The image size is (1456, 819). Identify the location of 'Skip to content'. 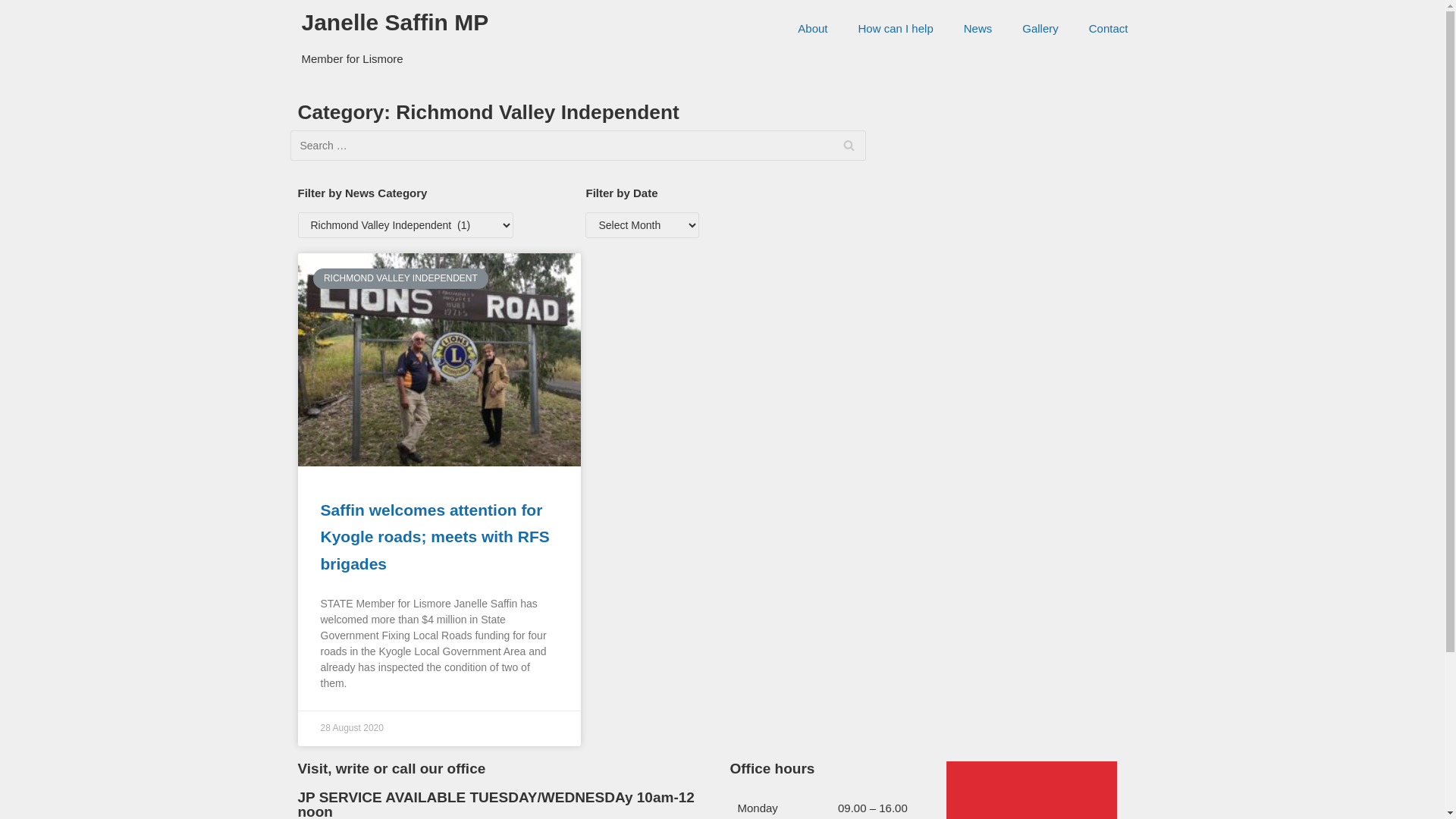
(0, 8).